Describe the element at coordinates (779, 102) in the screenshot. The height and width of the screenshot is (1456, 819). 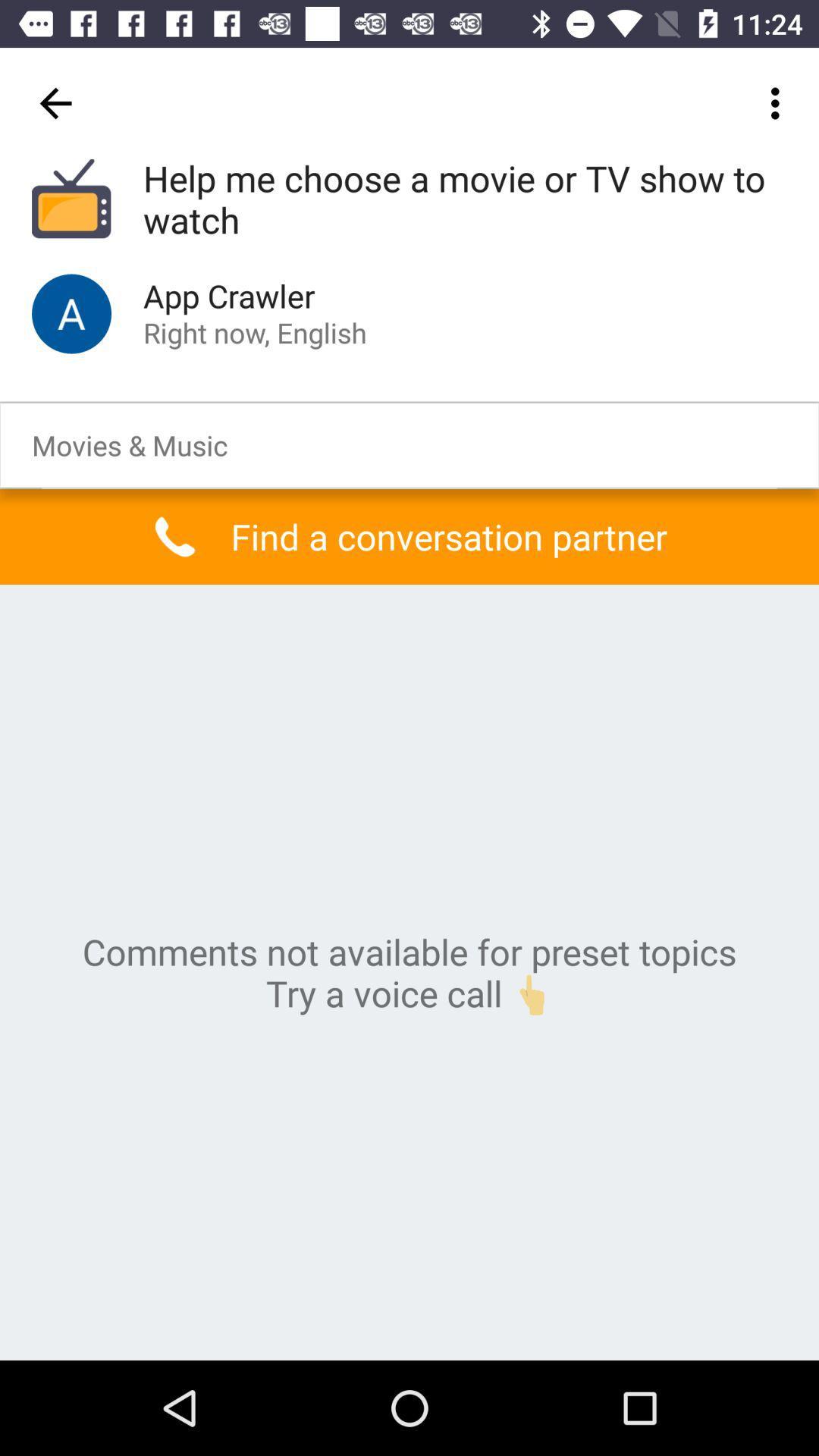
I see `the item at the top right corner` at that location.